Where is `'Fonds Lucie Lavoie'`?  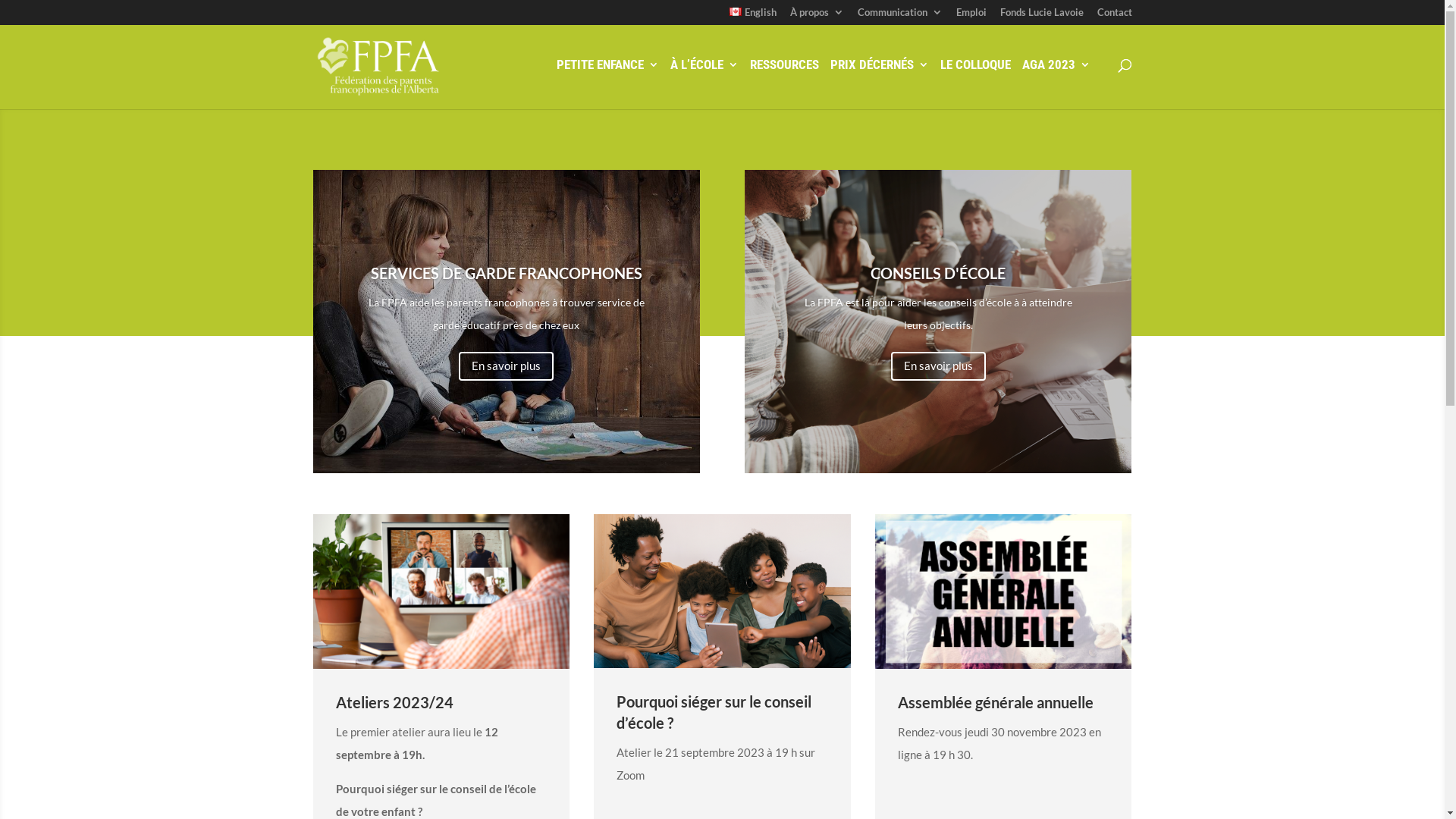
'Fonds Lucie Lavoie' is located at coordinates (1040, 16).